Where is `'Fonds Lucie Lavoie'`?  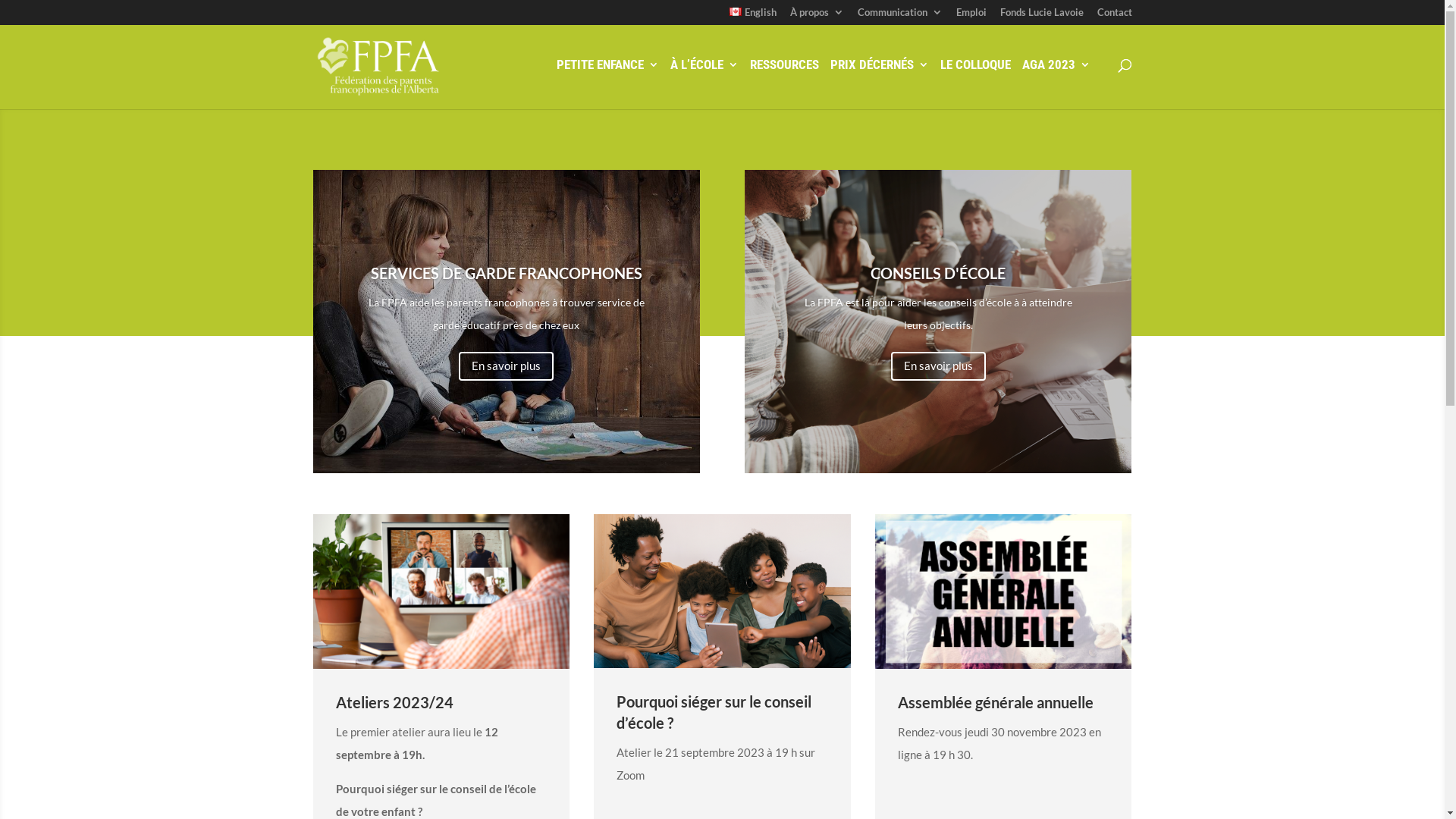
'Fonds Lucie Lavoie' is located at coordinates (1040, 16).